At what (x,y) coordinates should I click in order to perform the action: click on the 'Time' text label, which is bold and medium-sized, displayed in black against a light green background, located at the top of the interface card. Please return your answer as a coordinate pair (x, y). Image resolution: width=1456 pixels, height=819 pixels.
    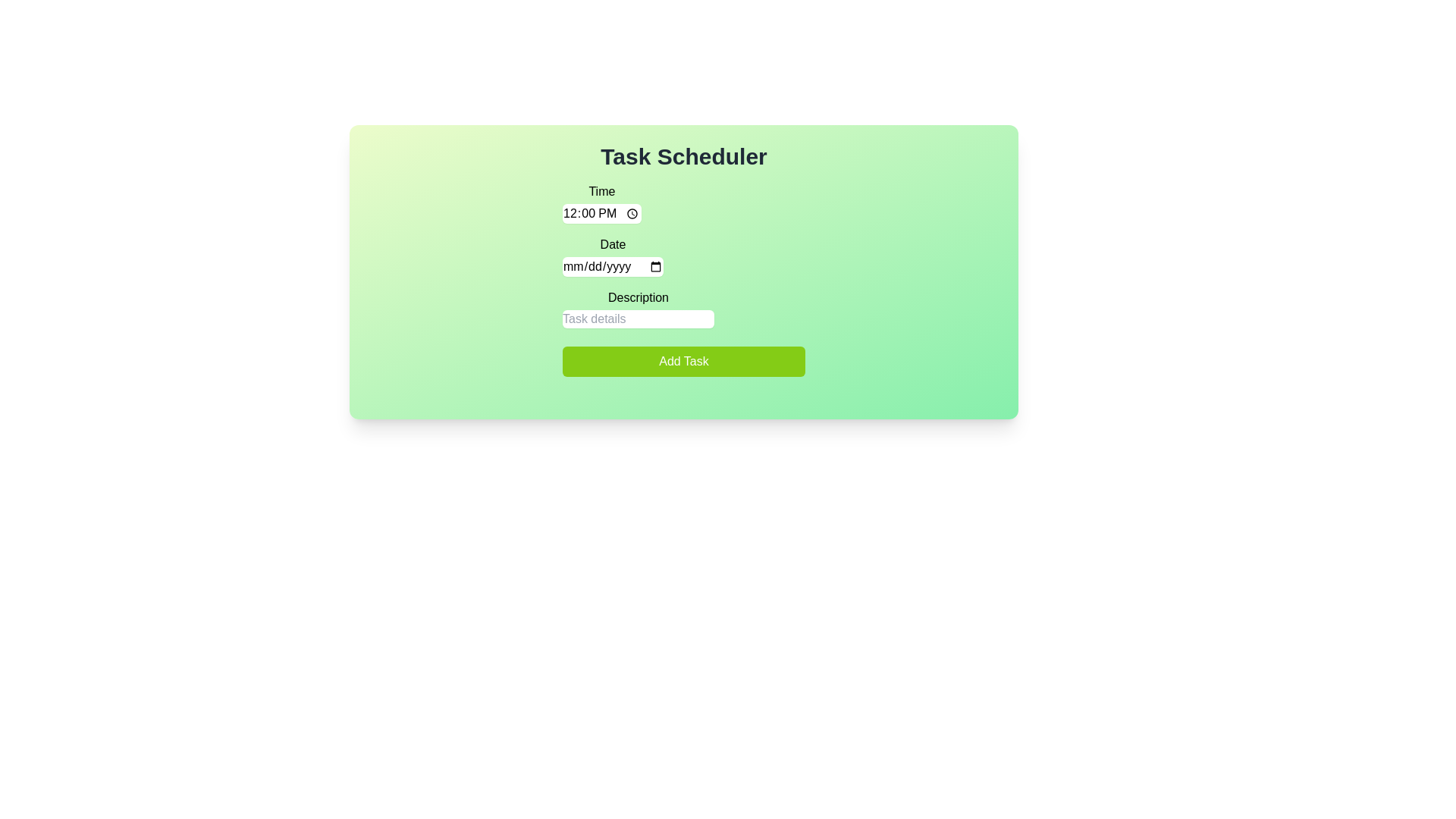
    Looking at the image, I should click on (601, 191).